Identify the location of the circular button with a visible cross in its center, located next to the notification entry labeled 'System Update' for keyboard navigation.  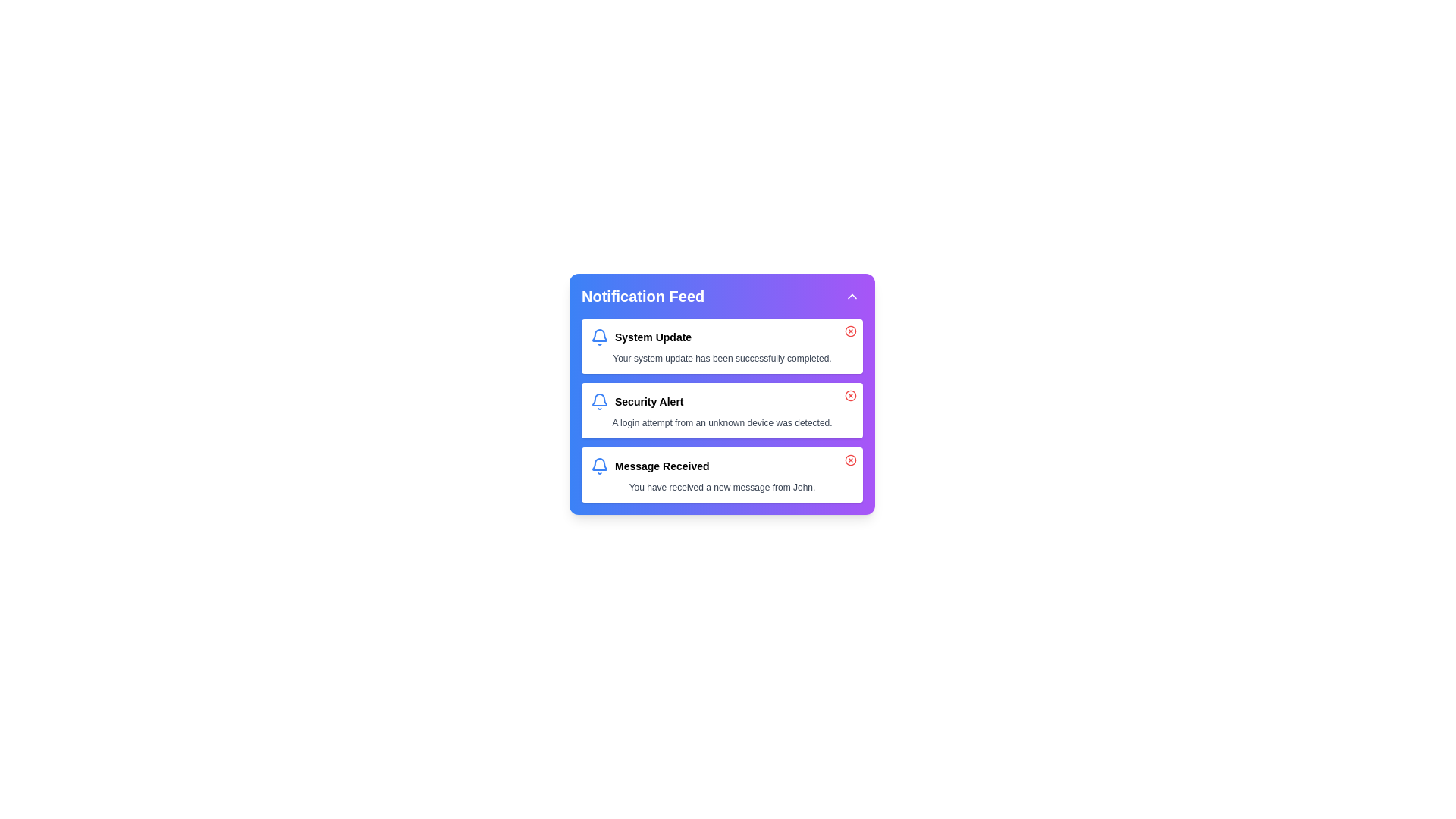
(851, 330).